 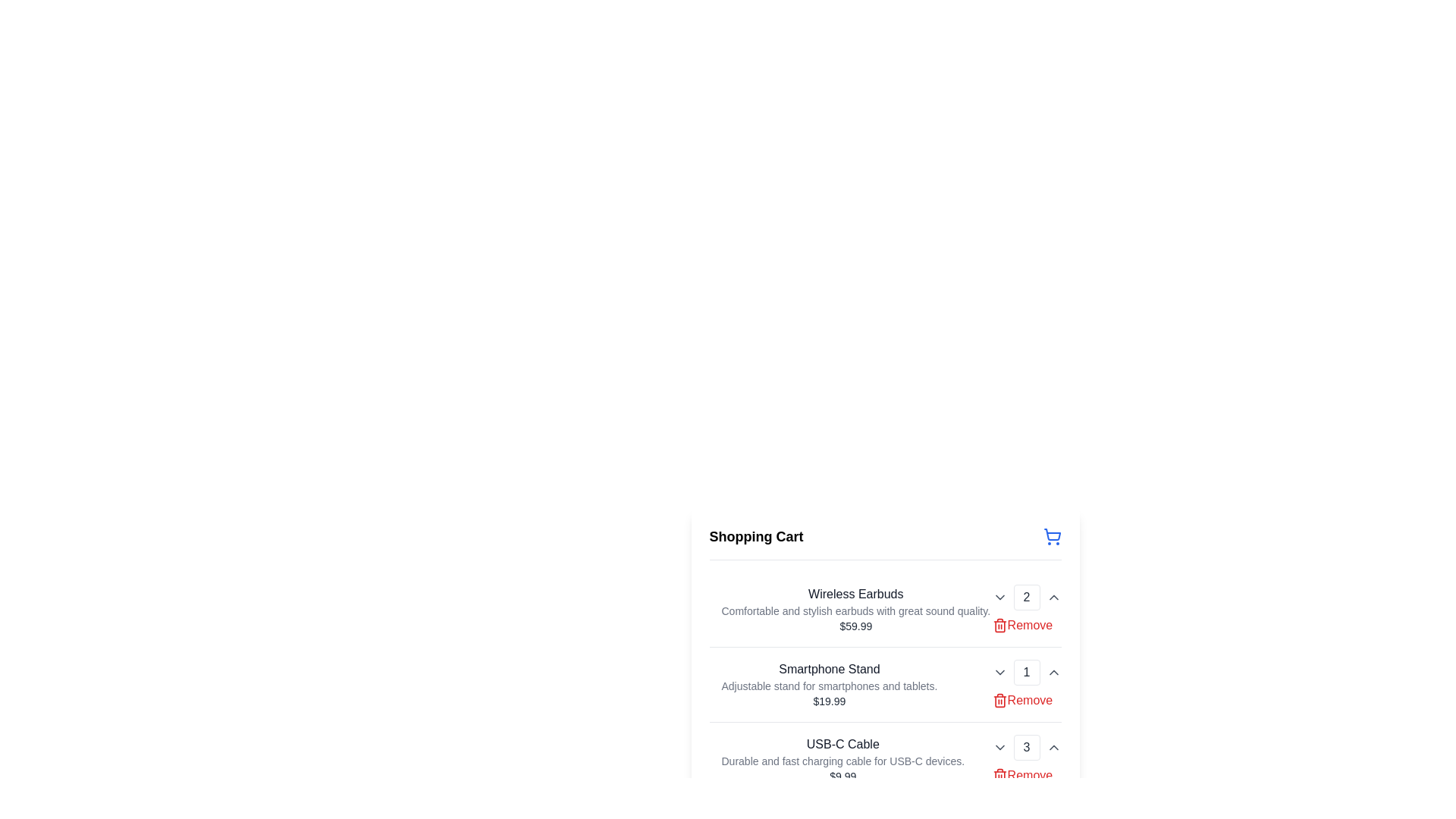 I want to click on details of the product text block titled 'Wireless Earbuds' located in the shopping cart section, which contains a title, subtitle, and price, so click(x=855, y=608).